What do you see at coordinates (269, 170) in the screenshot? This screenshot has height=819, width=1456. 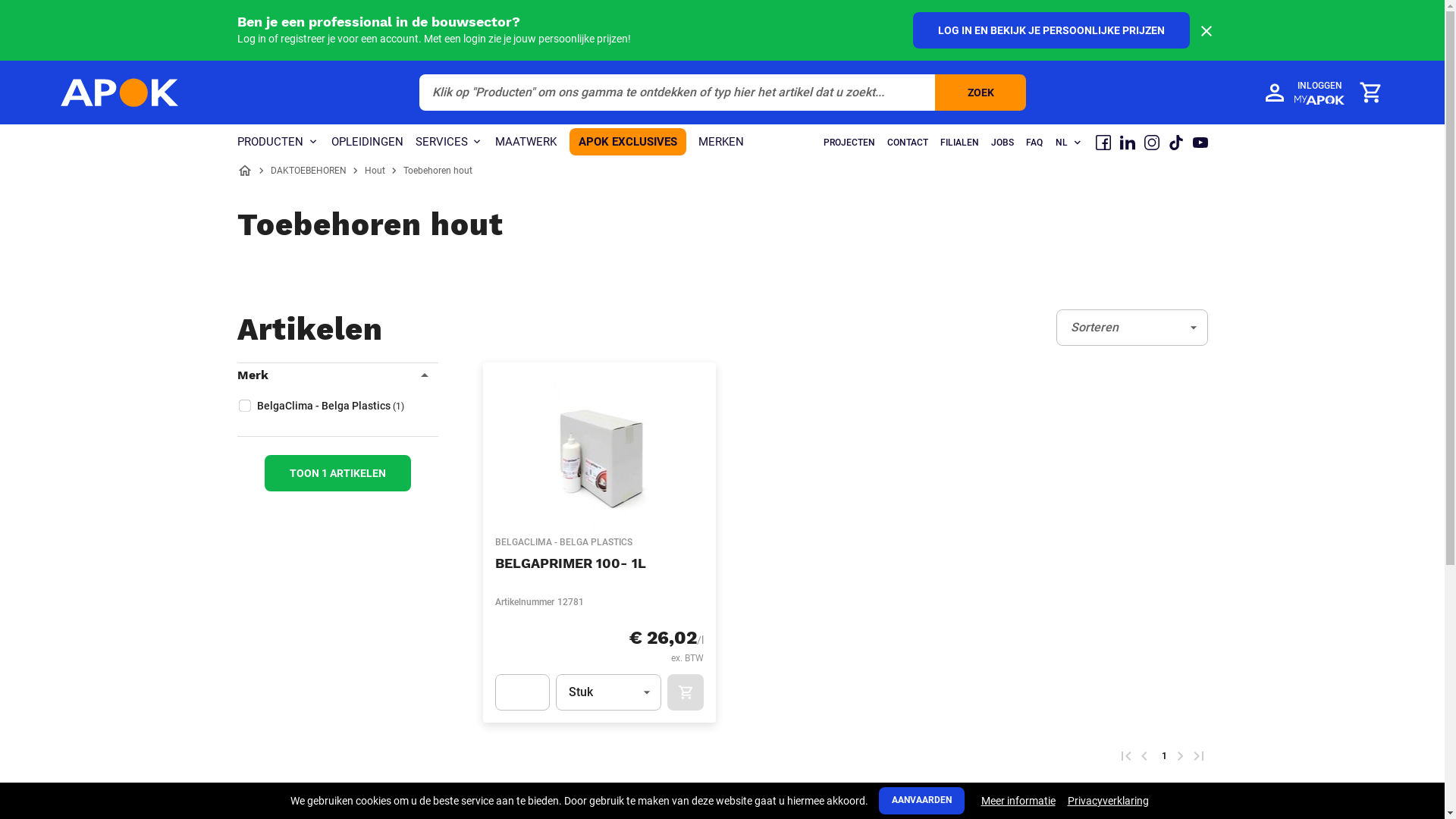 I see `'DAKTOEBEHOREN'` at bounding box center [269, 170].